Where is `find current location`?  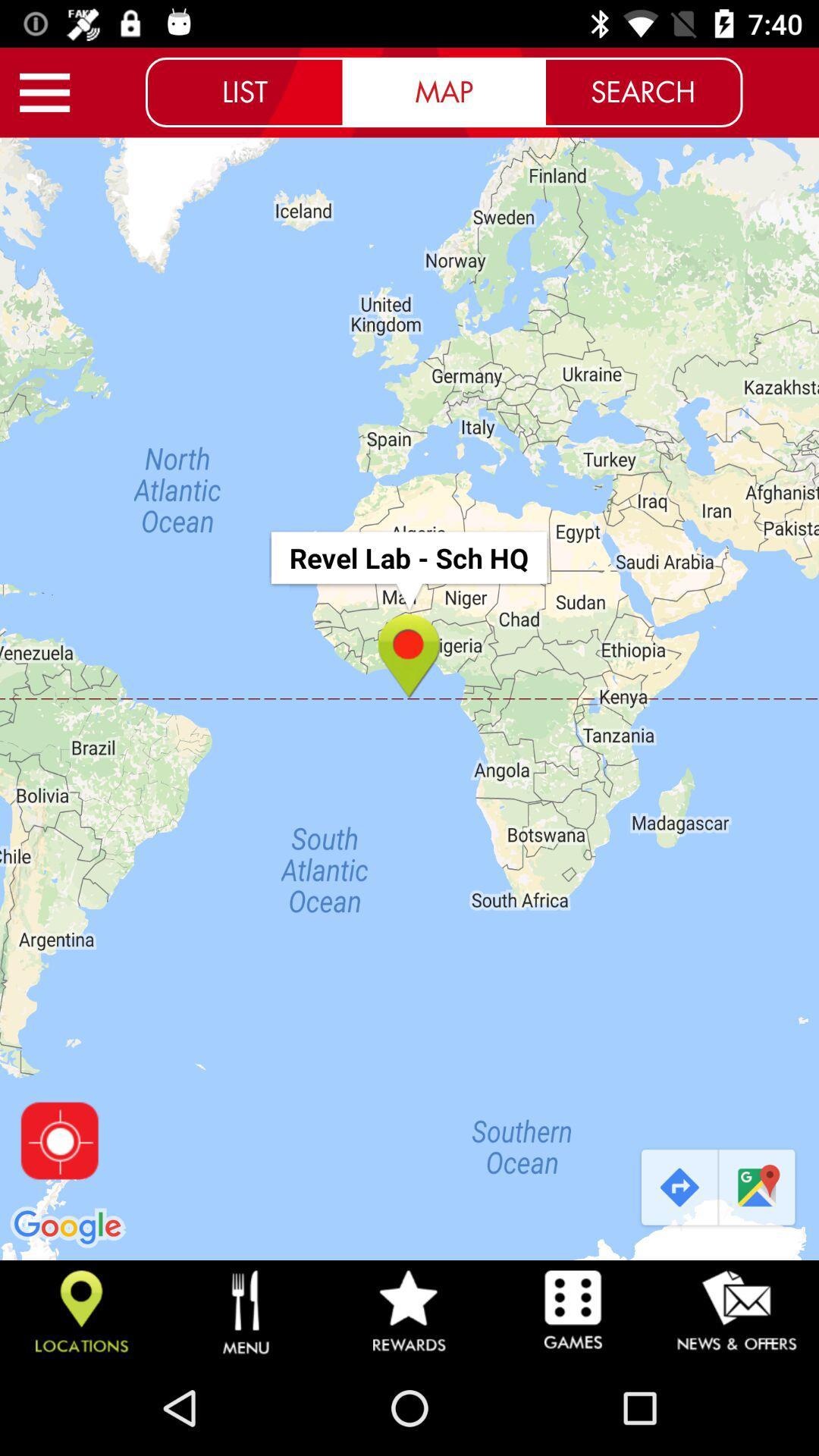
find current location is located at coordinates (58, 1141).